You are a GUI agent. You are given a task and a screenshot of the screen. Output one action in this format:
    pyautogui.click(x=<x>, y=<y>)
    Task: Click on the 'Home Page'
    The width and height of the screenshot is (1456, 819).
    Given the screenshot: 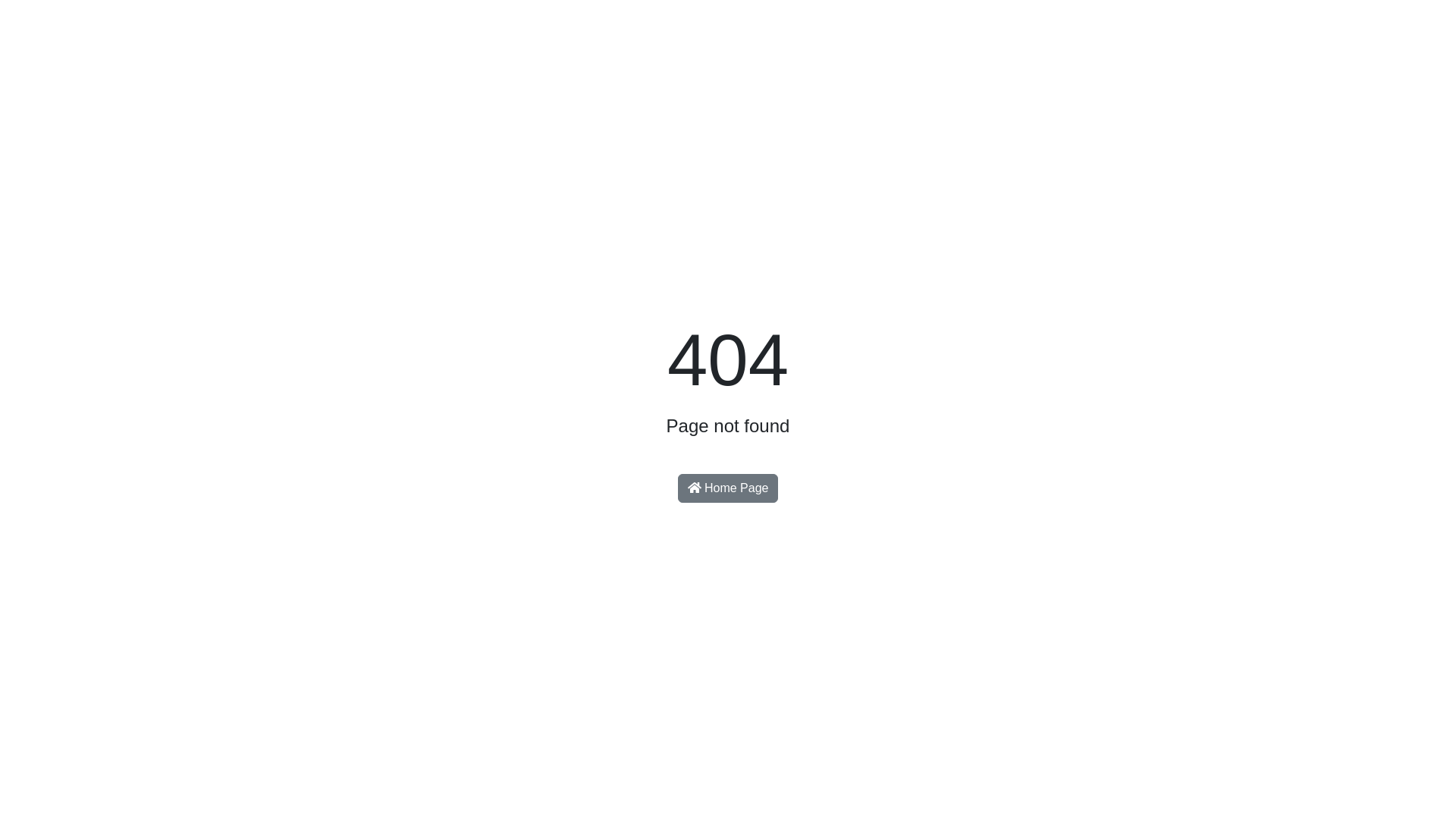 What is the action you would take?
    pyautogui.click(x=676, y=488)
    